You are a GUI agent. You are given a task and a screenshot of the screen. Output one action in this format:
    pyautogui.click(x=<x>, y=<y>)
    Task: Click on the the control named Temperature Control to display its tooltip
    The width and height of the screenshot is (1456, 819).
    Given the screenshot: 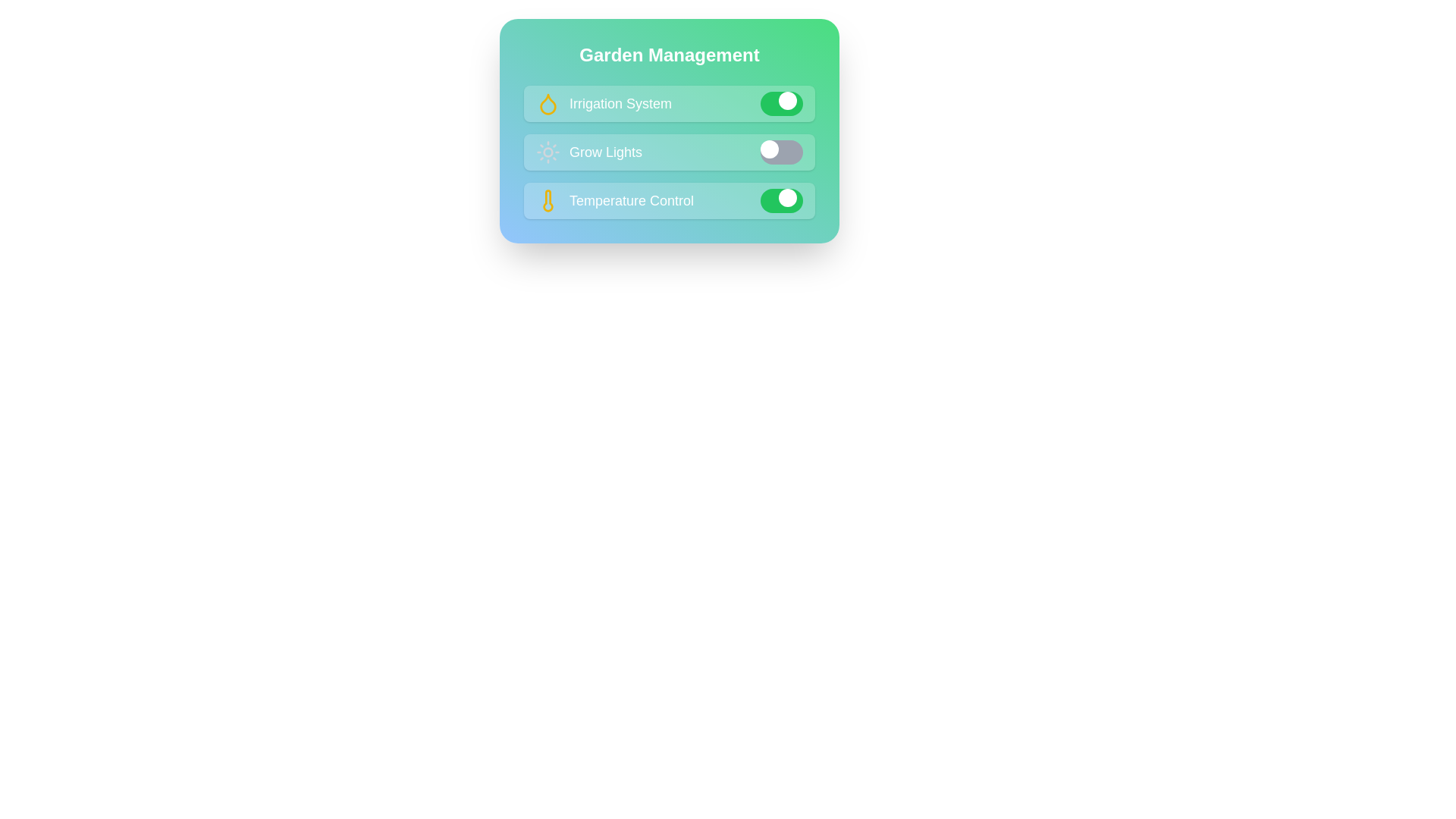 What is the action you would take?
    pyautogui.click(x=669, y=200)
    